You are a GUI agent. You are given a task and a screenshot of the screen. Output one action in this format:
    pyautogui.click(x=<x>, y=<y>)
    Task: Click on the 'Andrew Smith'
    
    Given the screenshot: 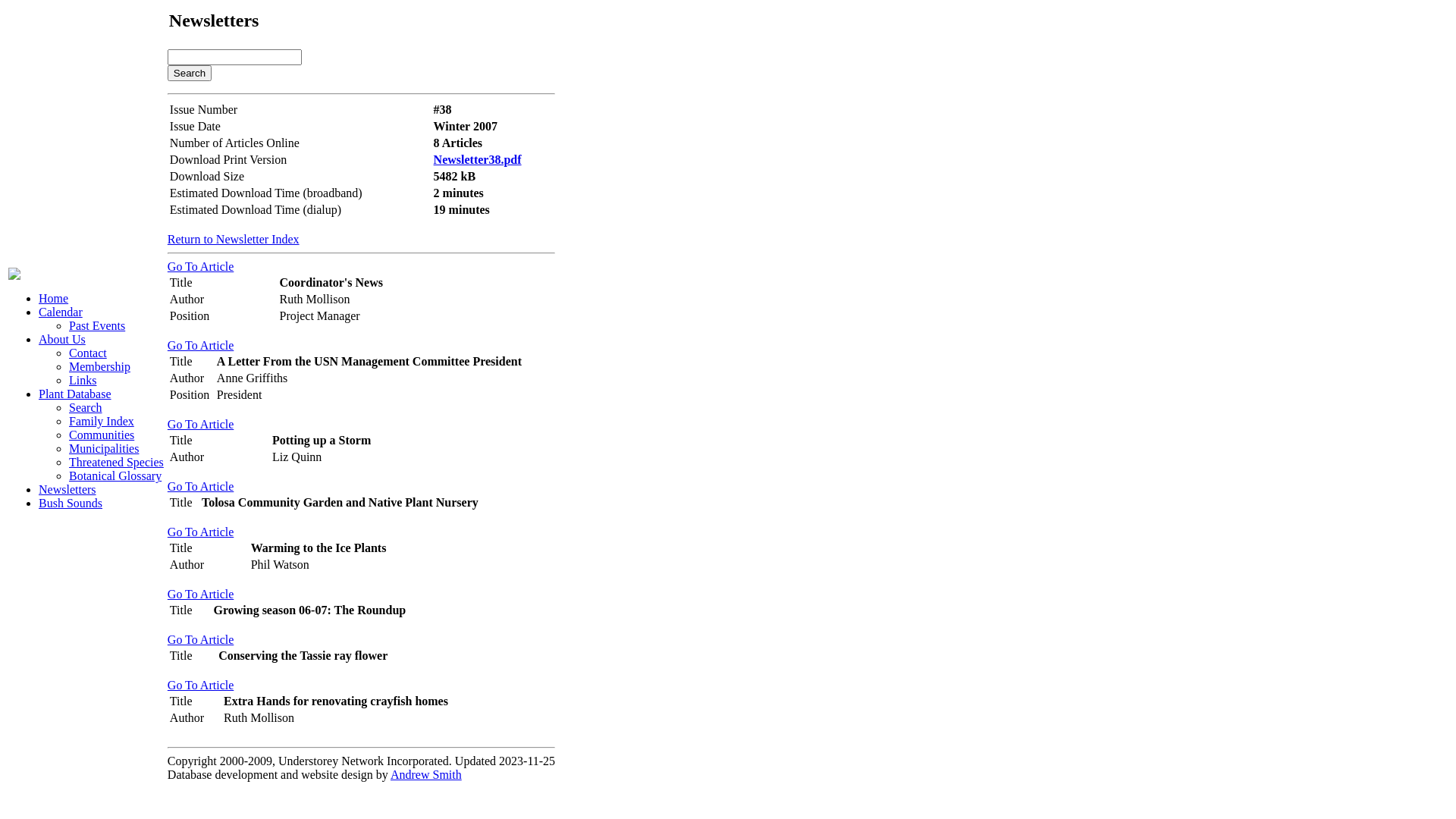 What is the action you would take?
    pyautogui.click(x=425, y=774)
    